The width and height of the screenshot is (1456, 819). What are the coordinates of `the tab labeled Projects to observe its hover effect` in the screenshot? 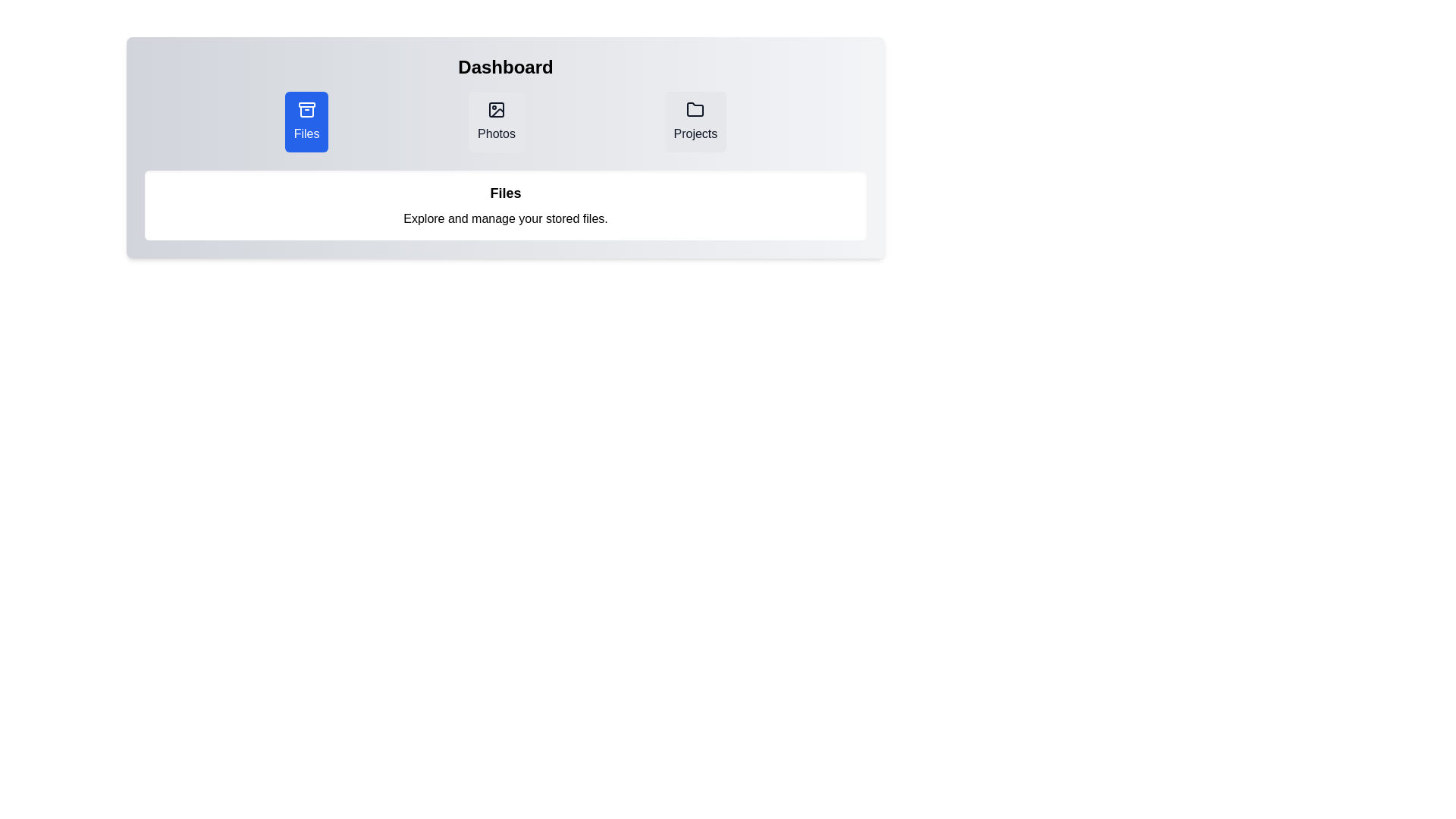 It's located at (695, 121).